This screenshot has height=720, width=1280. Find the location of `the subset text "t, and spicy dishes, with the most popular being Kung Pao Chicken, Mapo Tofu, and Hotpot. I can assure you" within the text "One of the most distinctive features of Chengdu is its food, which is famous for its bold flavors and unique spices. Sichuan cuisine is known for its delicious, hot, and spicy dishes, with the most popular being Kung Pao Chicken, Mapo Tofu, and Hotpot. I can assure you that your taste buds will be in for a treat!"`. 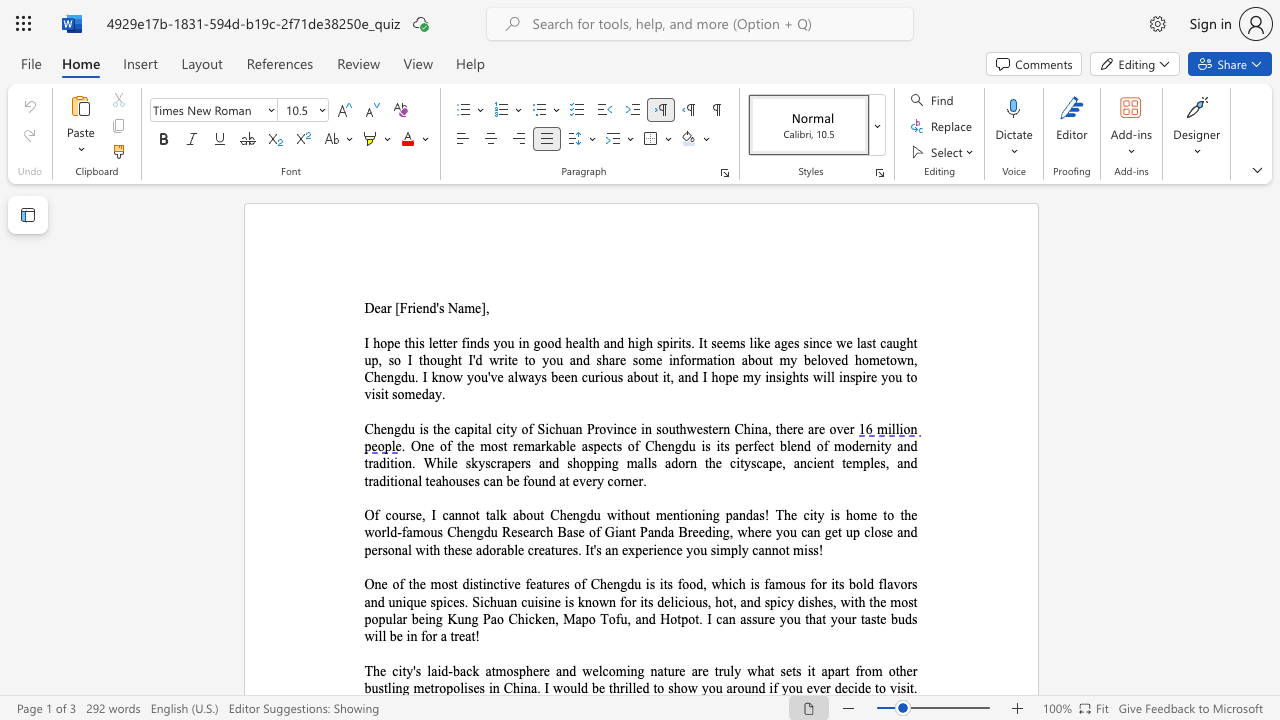

the subset text "t, and spicy dishes, with the most popular being Kung Pao Chicken, Mapo Tofu, and Hotpot. I can assure you" within the text "One of the most distinctive features of Chengdu is its food, which is famous for its bold flavors and unique spices. Sichuan cuisine is known for its delicious, hot, and spicy dishes, with the most popular being Kung Pao Chicken, Mapo Tofu, and Hotpot. I can assure you that your taste buds will be in for a treat!" is located at coordinates (728, 600).